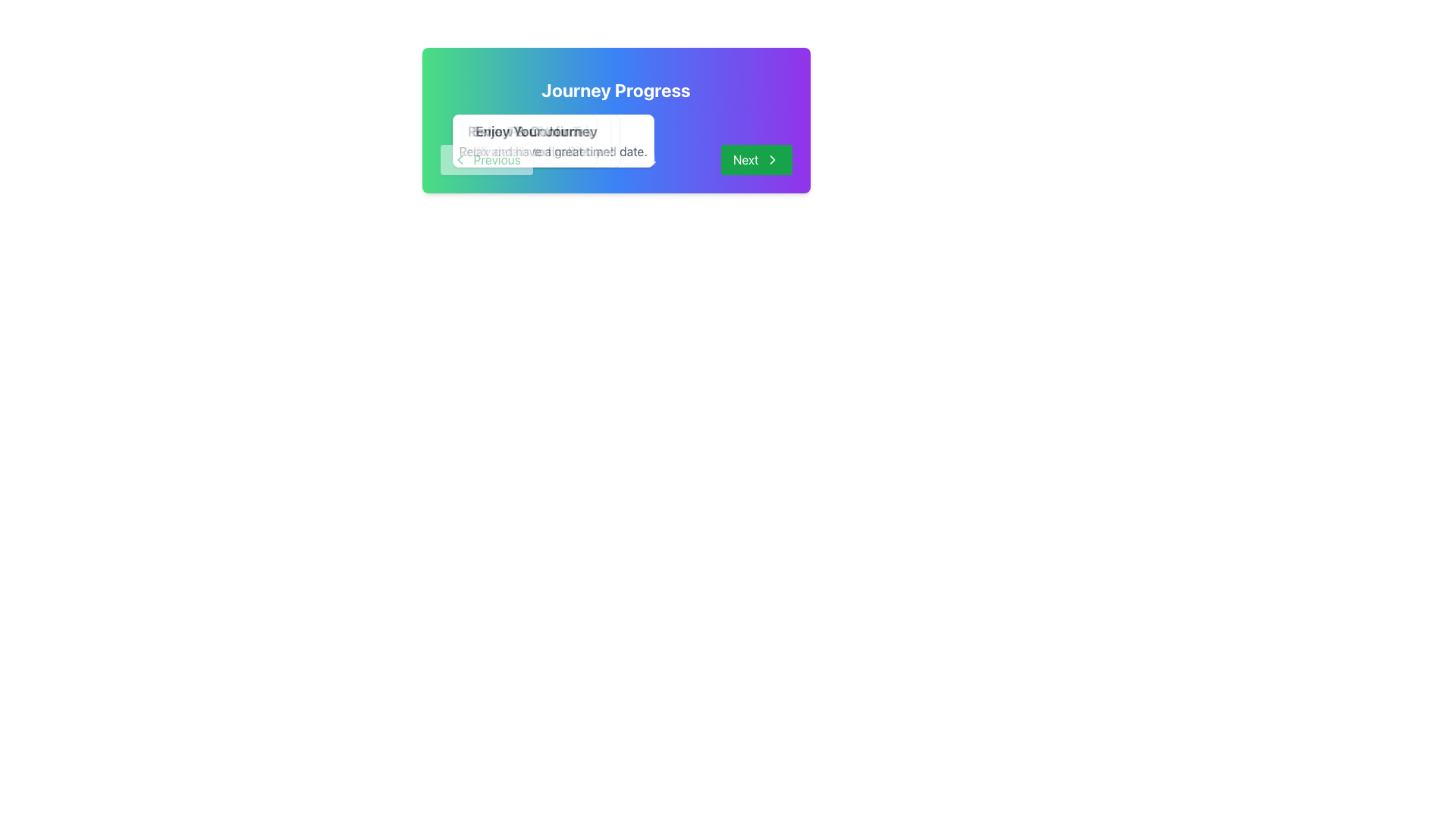  Describe the element at coordinates (459, 160) in the screenshot. I see `the navigational arrow icon located on the left side of the interface, which allows users to go back or navigate to a previous step or page` at that location.